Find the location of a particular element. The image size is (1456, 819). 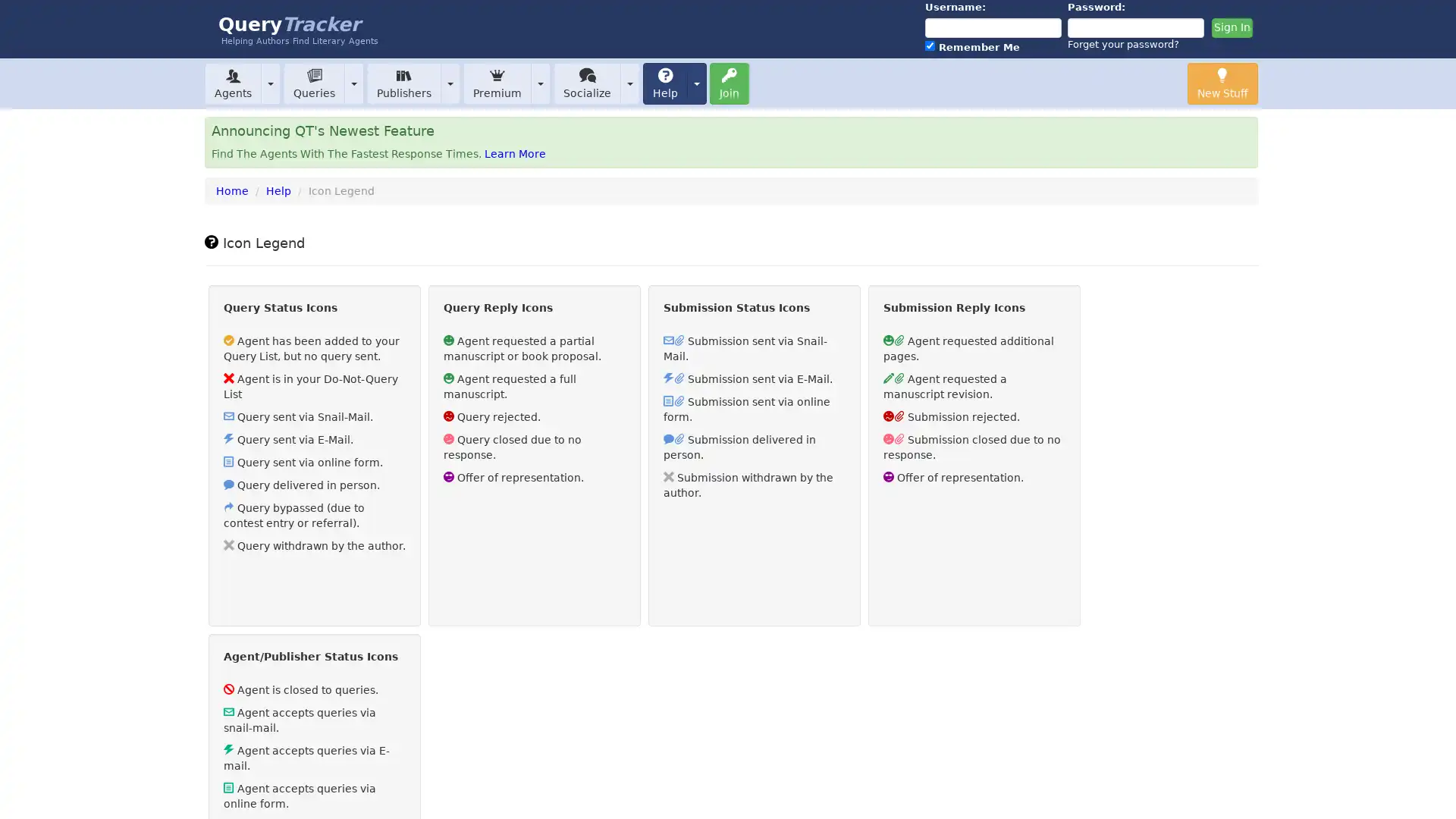

Toggle Dropdown is located at coordinates (695, 83).